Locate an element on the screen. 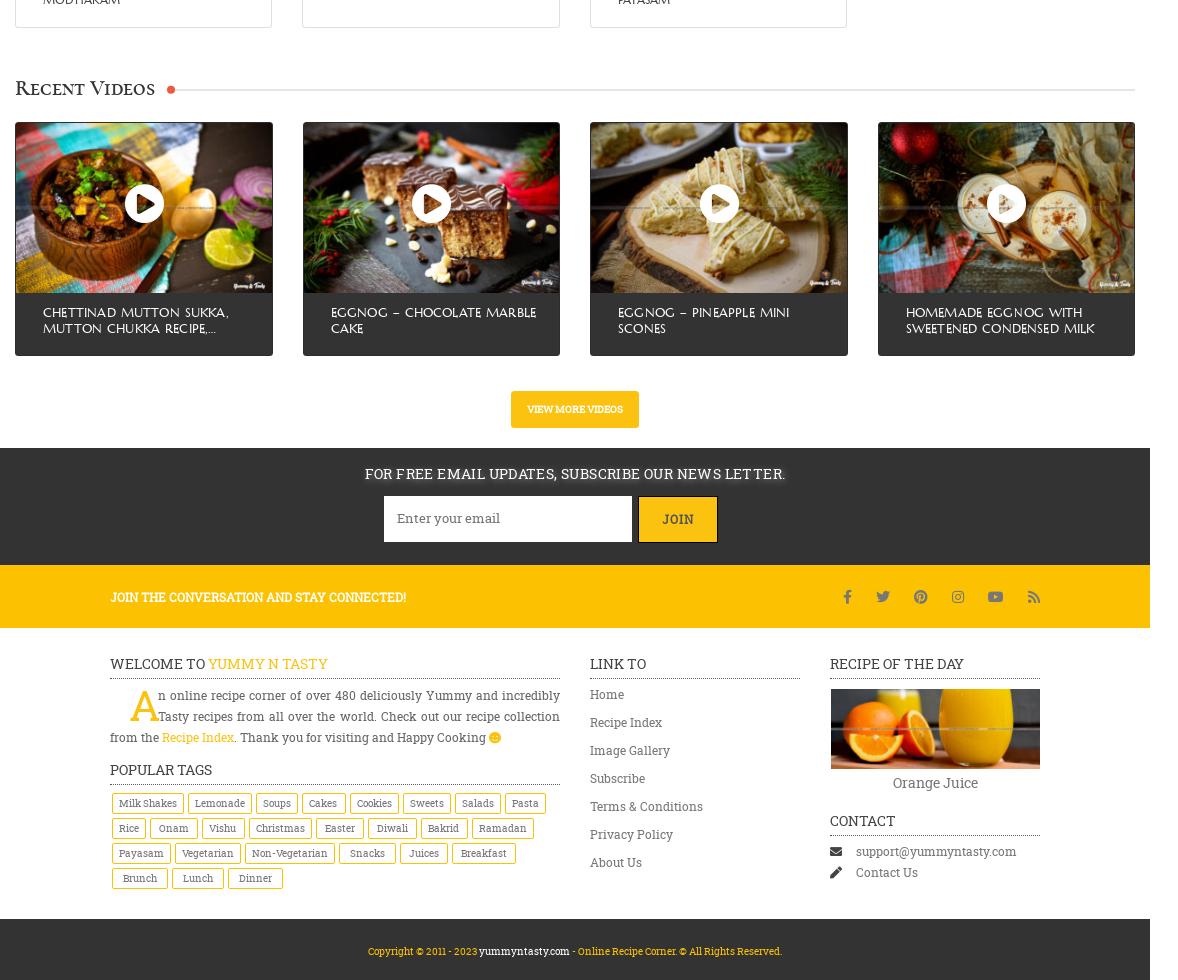 This screenshot has width=1178, height=980. 'support@yummyntasty.com' is located at coordinates (936, 849).